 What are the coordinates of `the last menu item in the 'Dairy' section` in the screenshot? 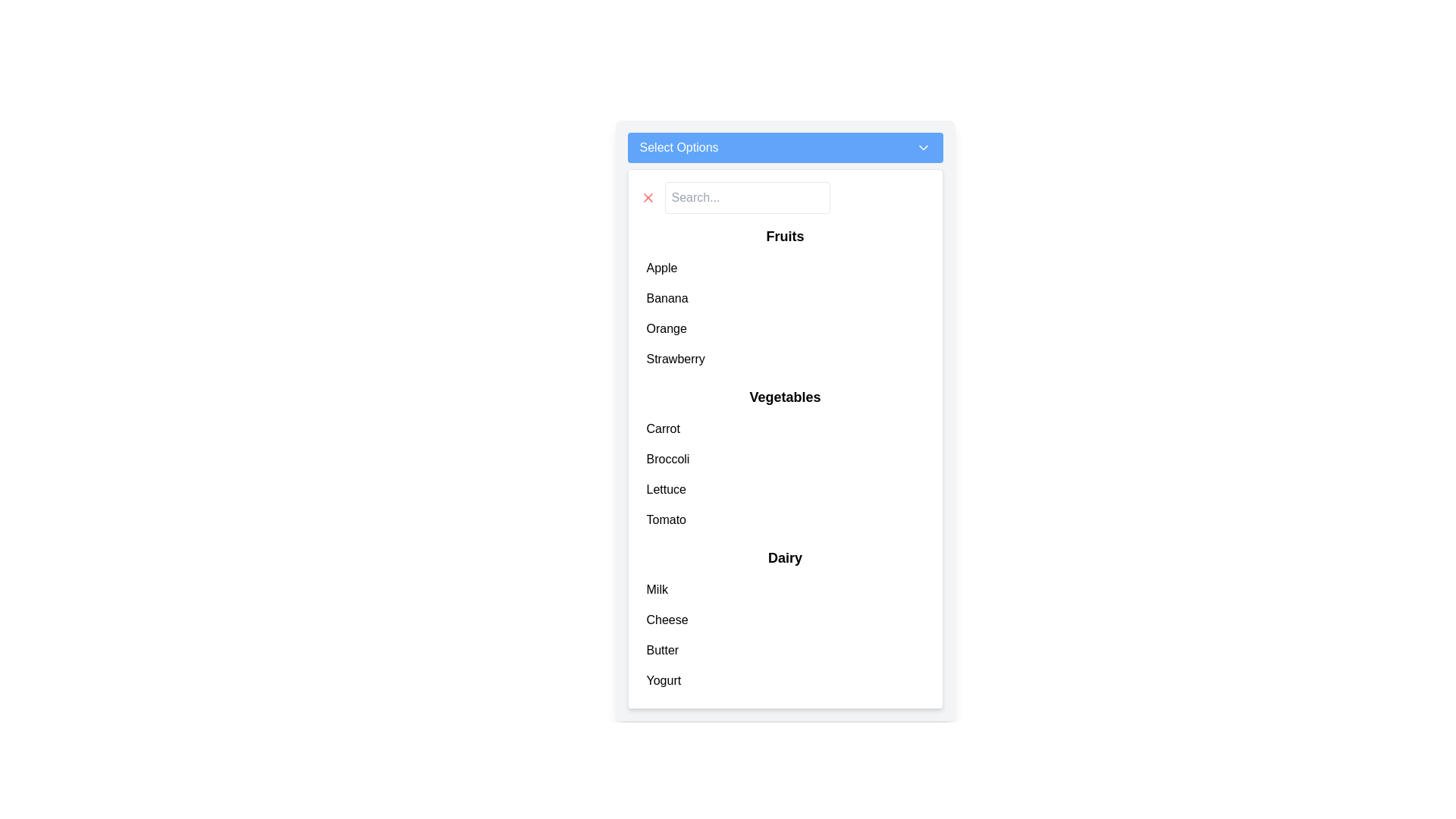 It's located at (664, 680).